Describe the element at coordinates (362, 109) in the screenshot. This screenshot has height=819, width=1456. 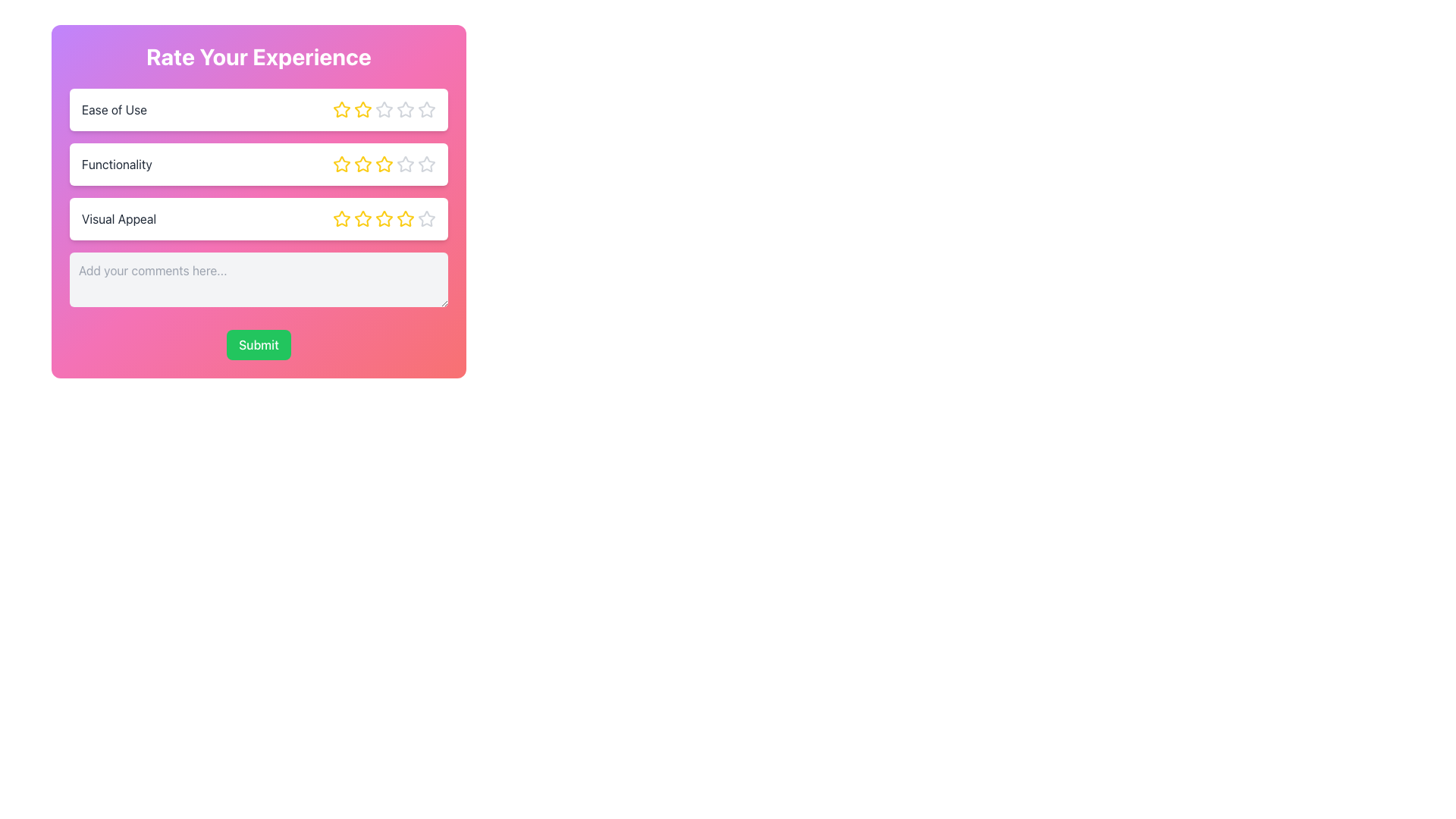
I see `the second star in the row of rating stars under the 'Ease of Use' category to provide a rating` at that location.